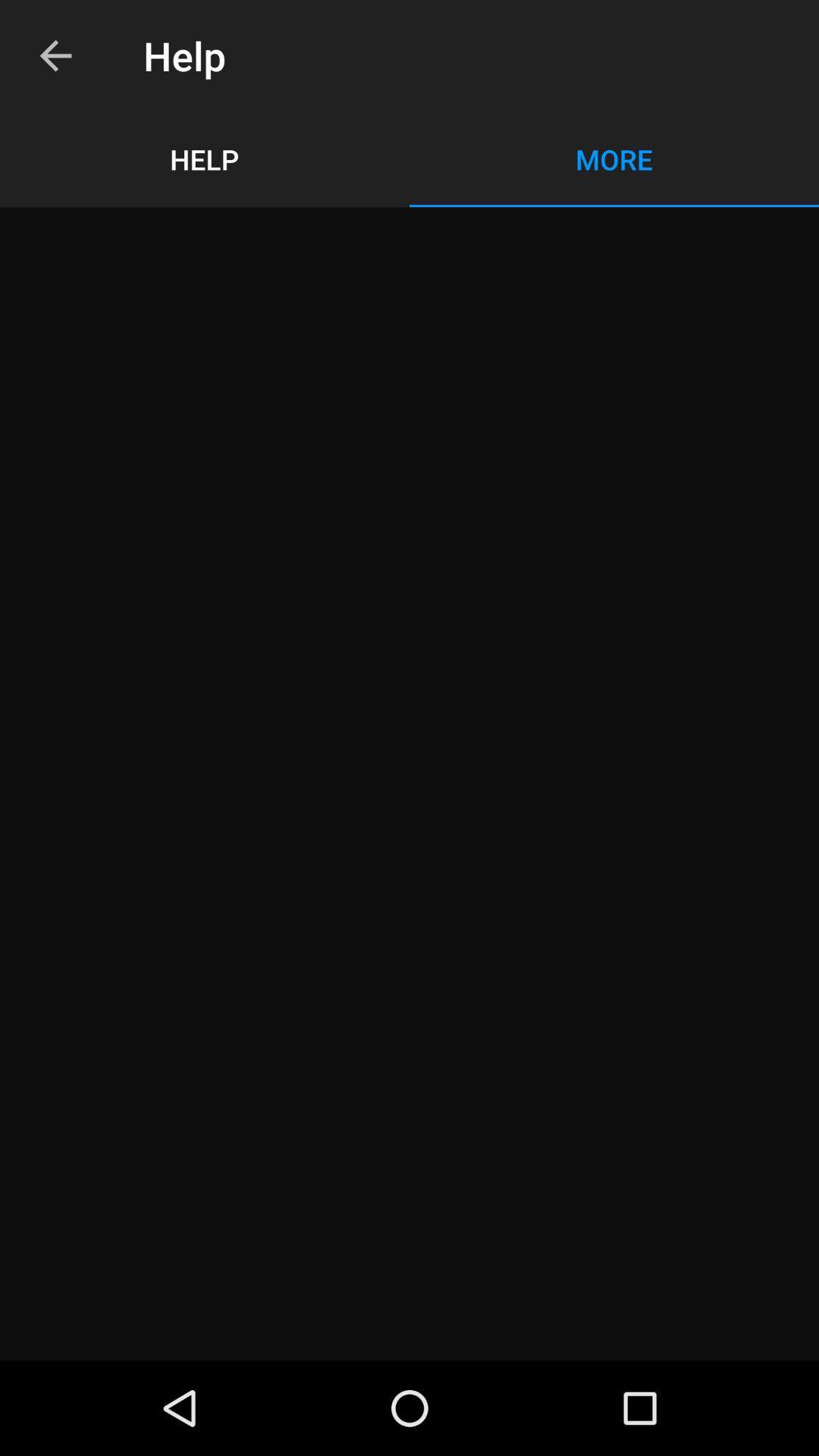  Describe the element at coordinates (55, 55) in the screenshot. I see `the icon to the left of the help` at that location.